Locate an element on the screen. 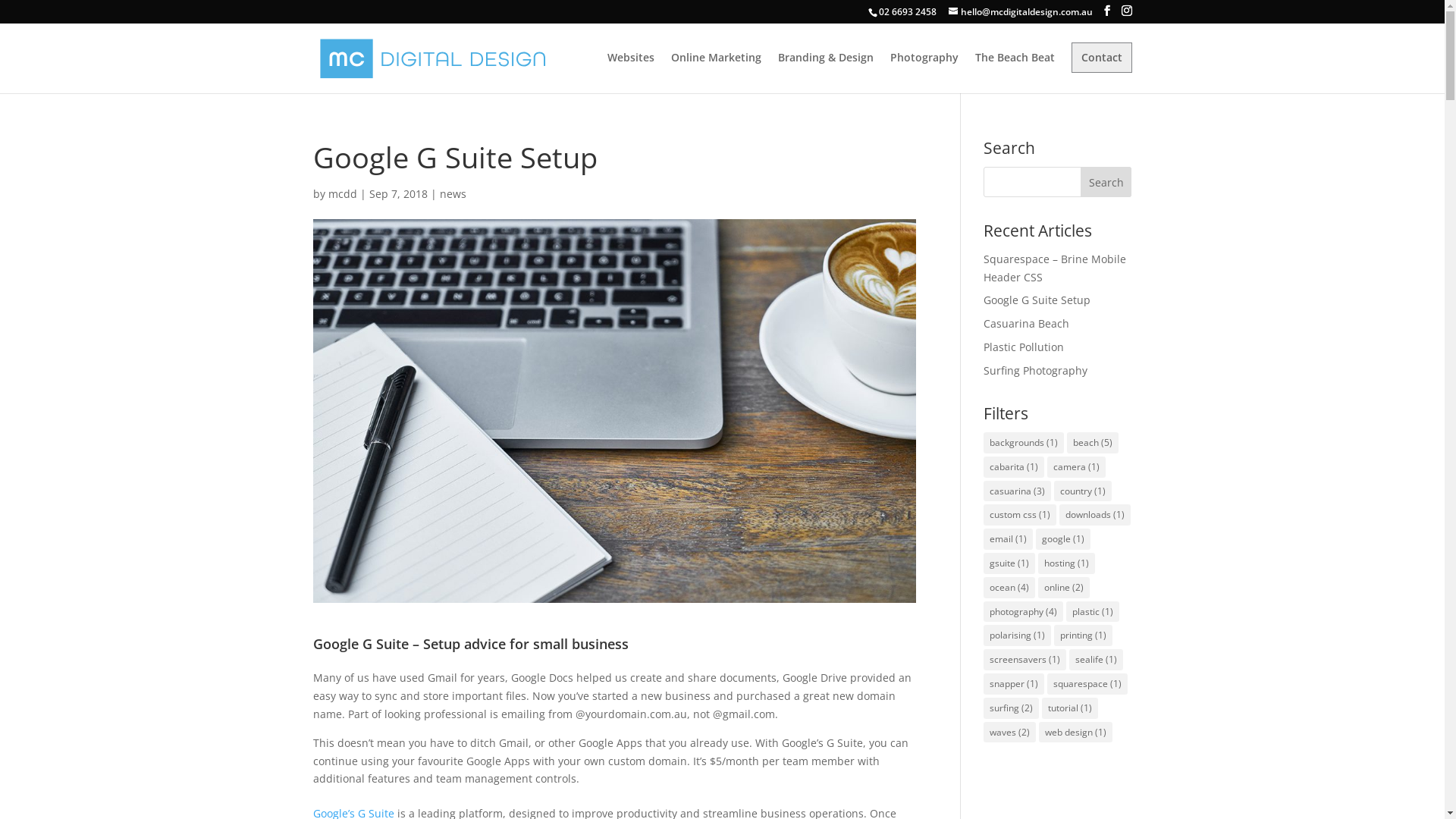 Image resolution: width=1456 pixels, height=819 pixels. 'gsuite (1)' is located at coordinates (1009, 563).